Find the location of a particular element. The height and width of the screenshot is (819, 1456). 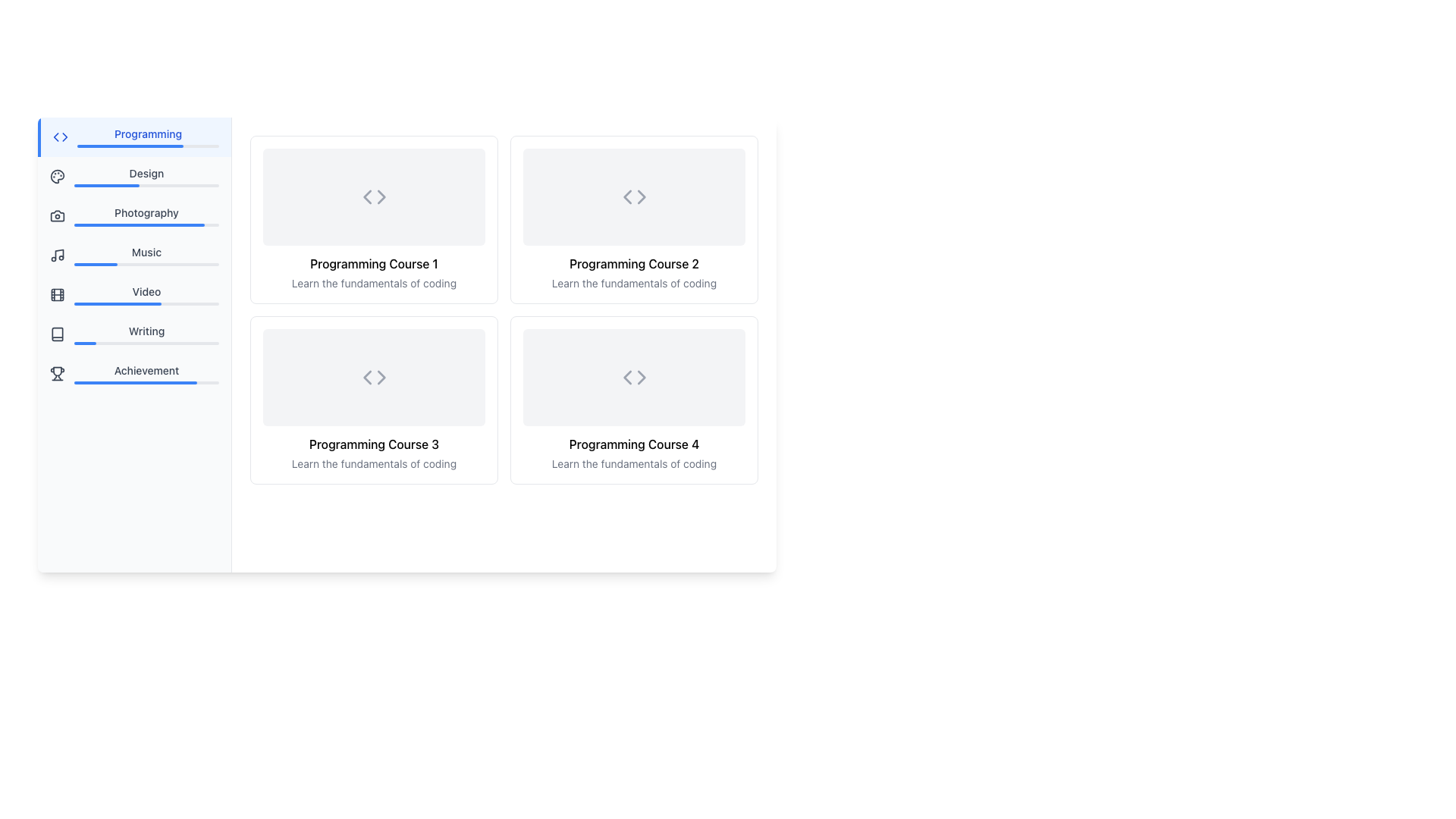

the Progress bar segment that visually represents the 45% completion level for the 'Design' category, which is located next to the 'Design' label in the vertical side menu is located at coordinates (105, 185).